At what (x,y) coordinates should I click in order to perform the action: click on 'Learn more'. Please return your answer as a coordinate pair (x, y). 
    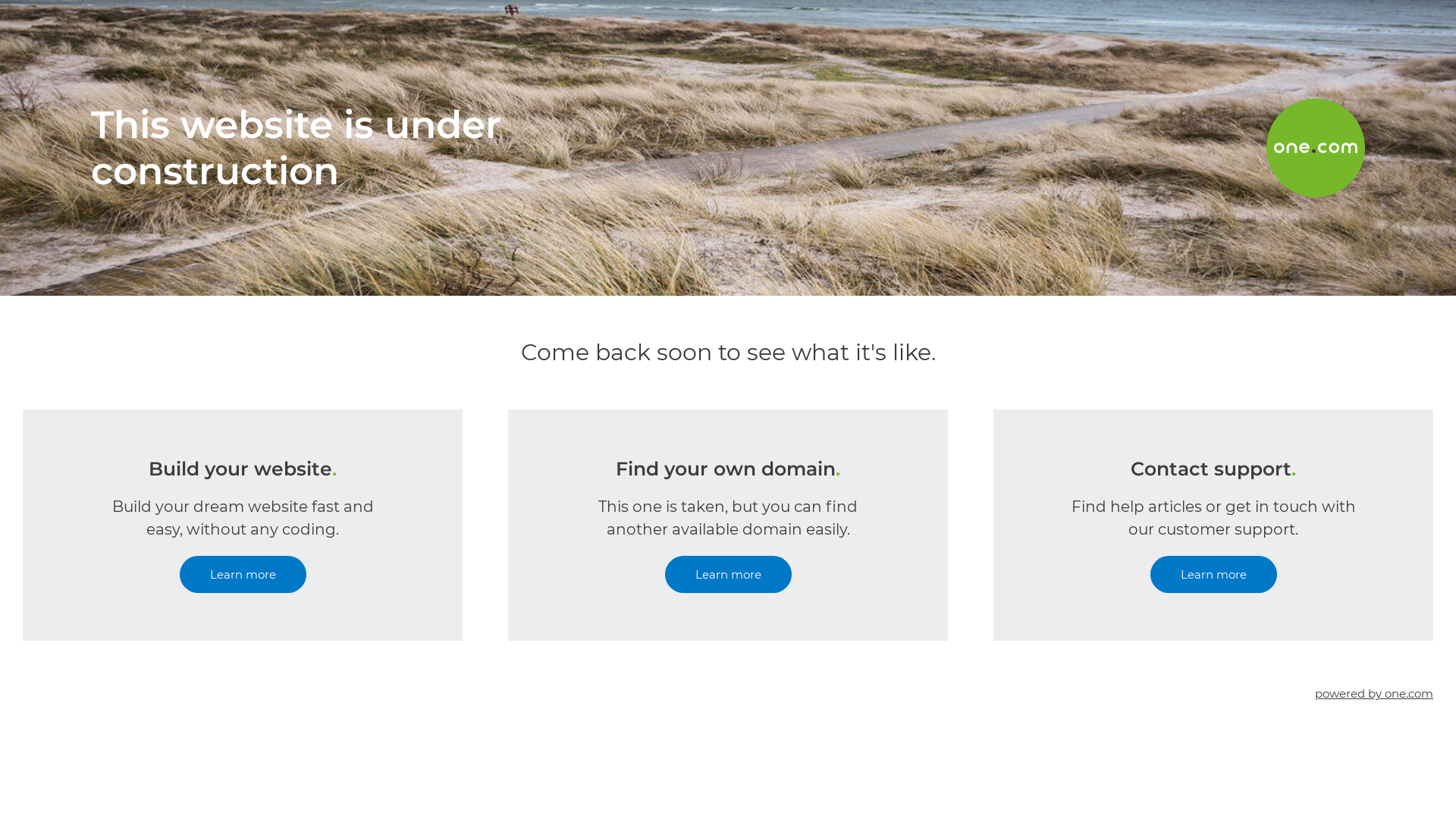
    Looking at the image, I should click on (241, 574).